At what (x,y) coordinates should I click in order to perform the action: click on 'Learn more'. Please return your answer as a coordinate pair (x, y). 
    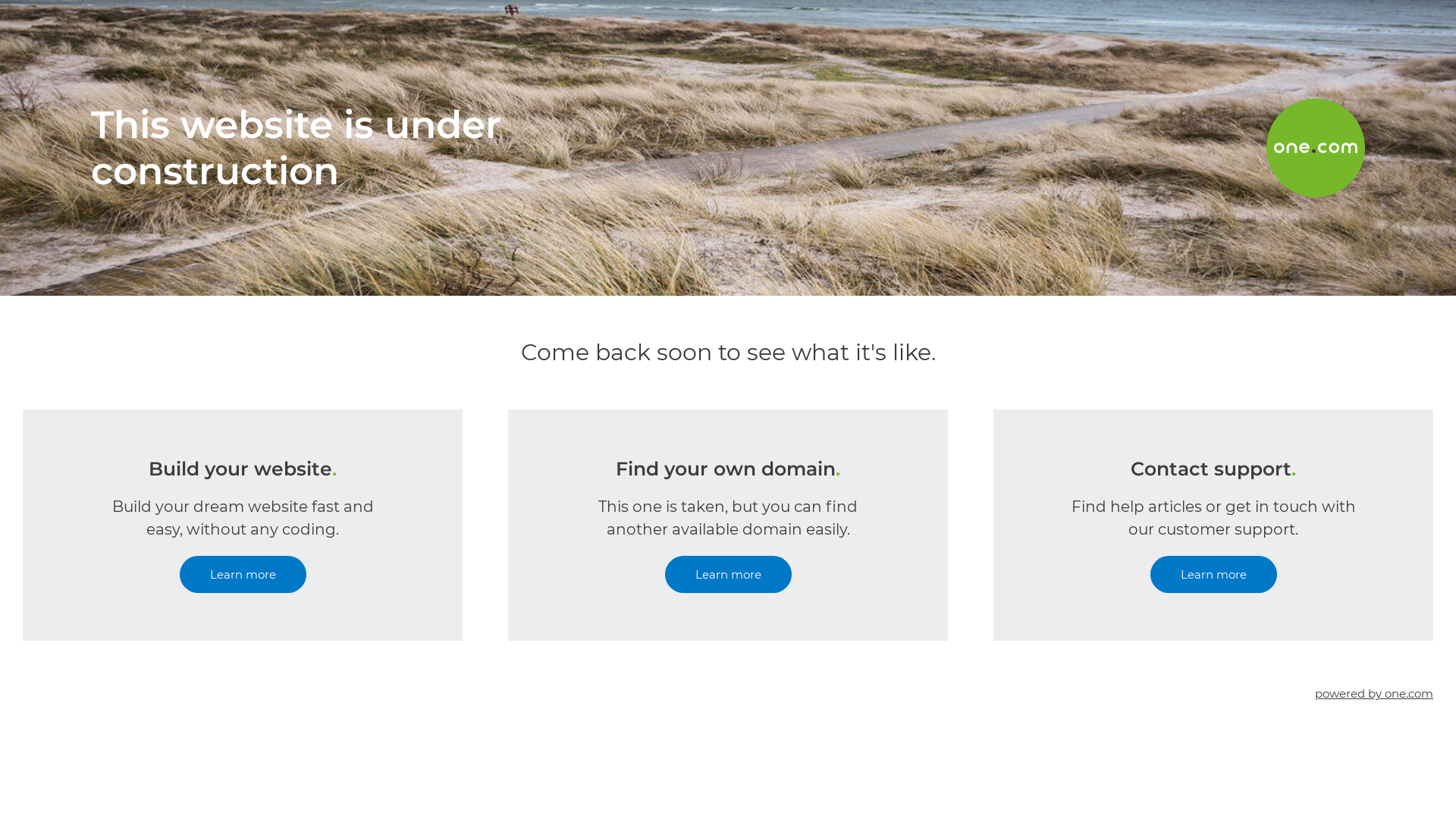
    Looking at the image, I should click on (241, 574).